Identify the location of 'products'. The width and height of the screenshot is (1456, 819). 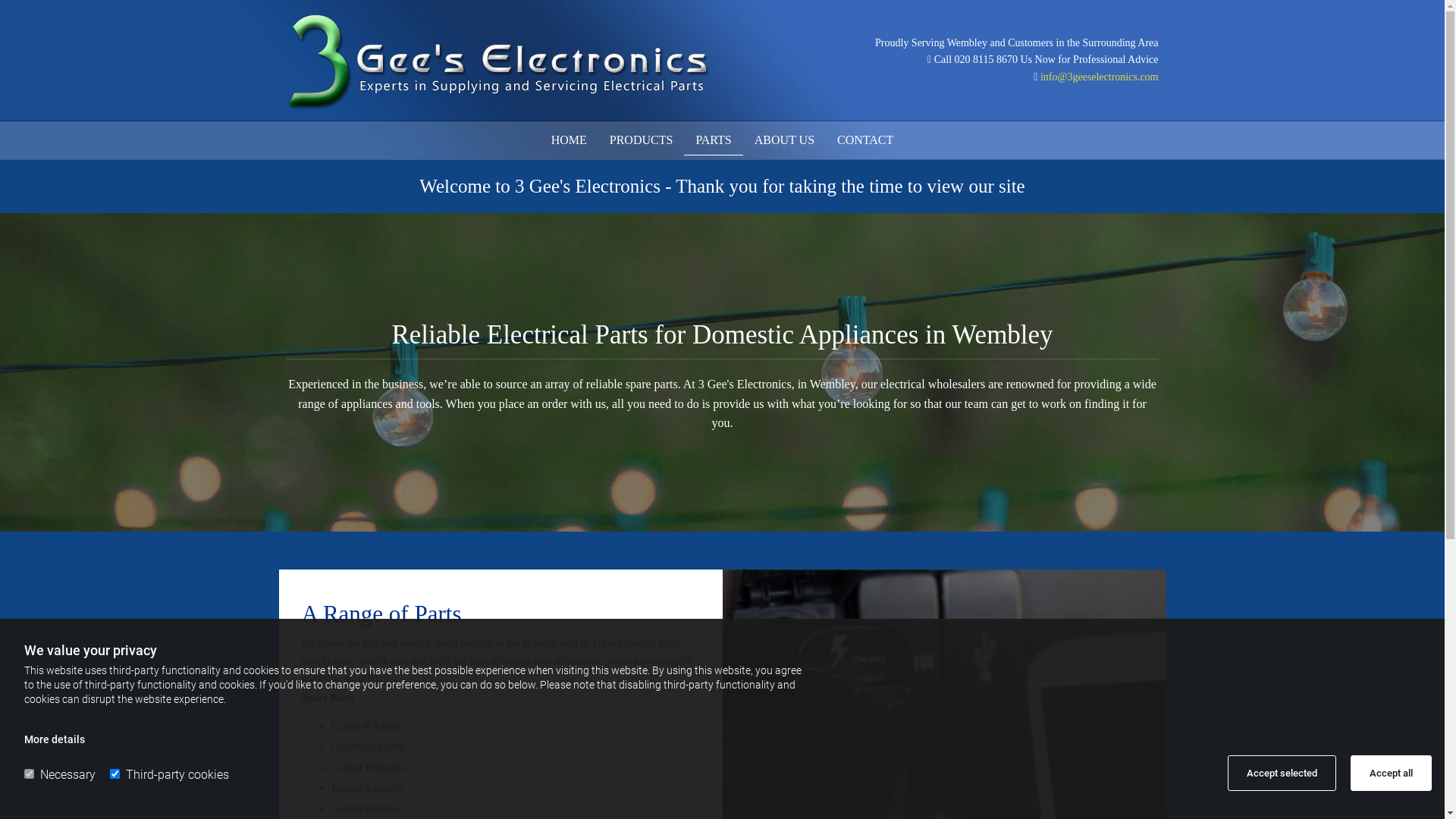
(302, 676).